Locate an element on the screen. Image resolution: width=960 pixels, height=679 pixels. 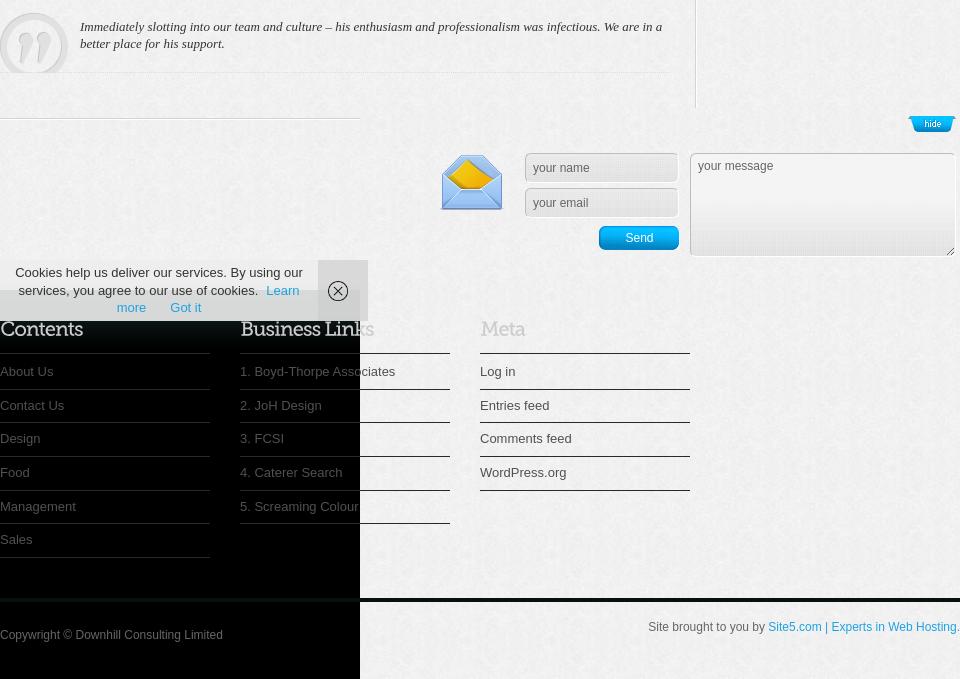
'Site brought to you by' is located at coordinates (708, 624).